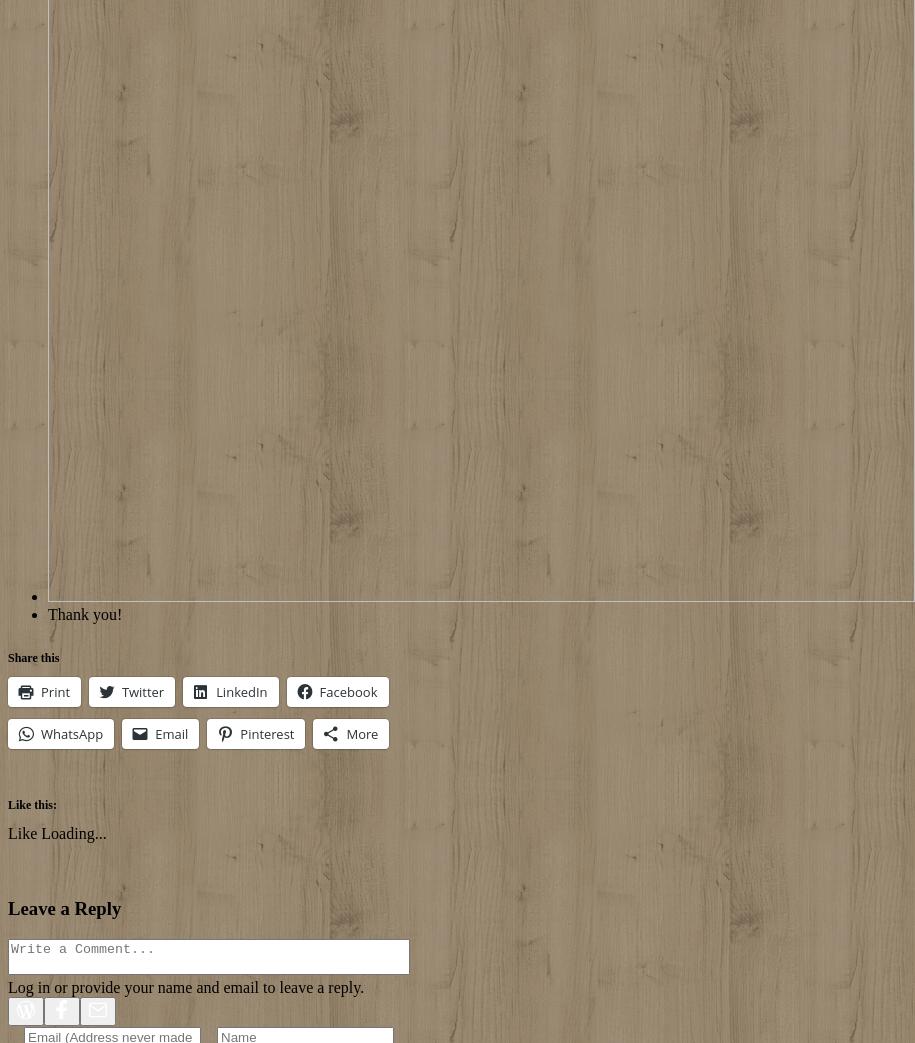 The height and width of the screenshot is (1043, 915). Describe the element at coordinates (40, 832) in the screenshot. I see `'Loading...'` at that location.